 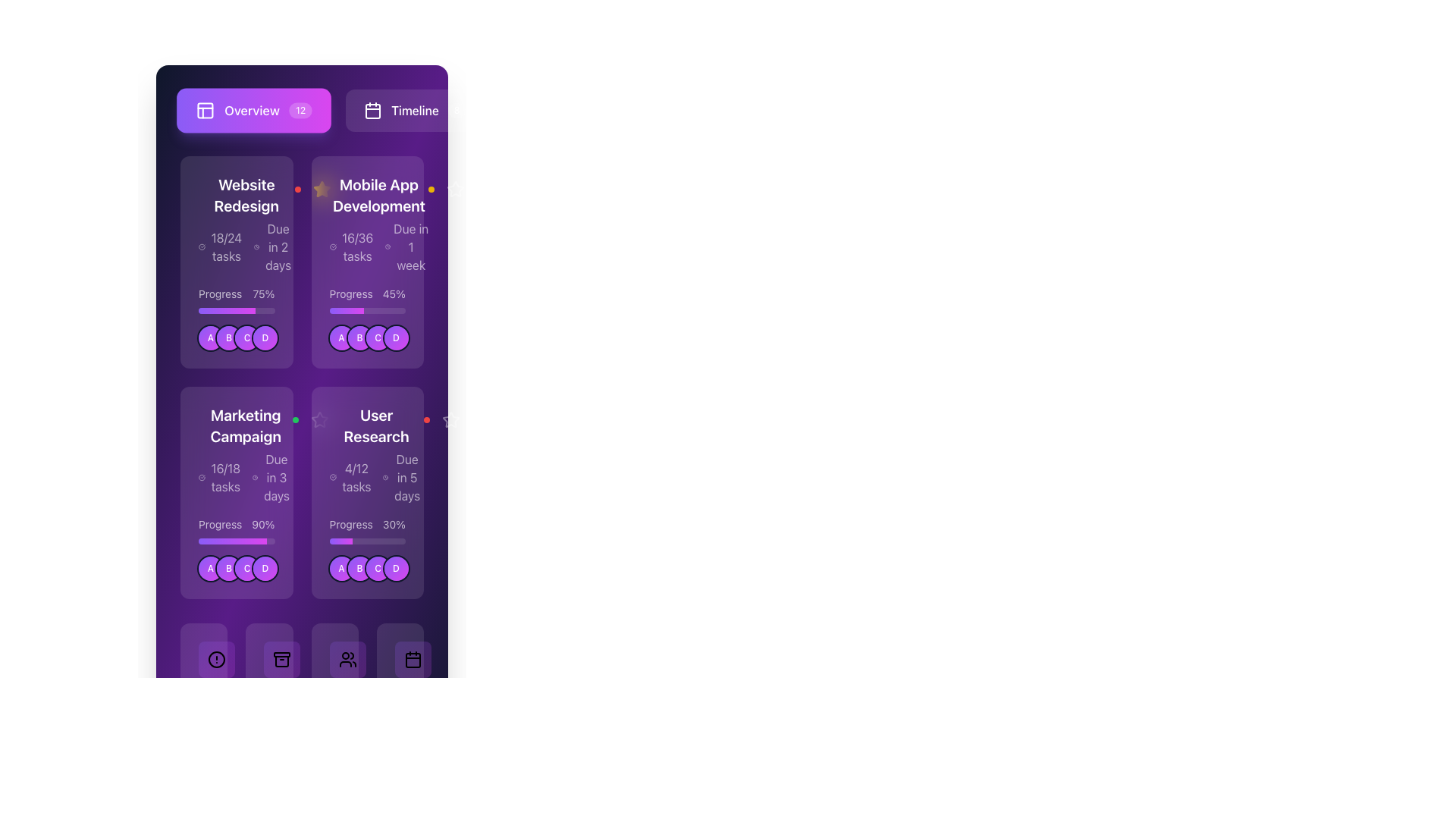 What do you see at coordinates (209, 540) in the screenshot?
I see `progress bar` at bounding box center [209, 540].